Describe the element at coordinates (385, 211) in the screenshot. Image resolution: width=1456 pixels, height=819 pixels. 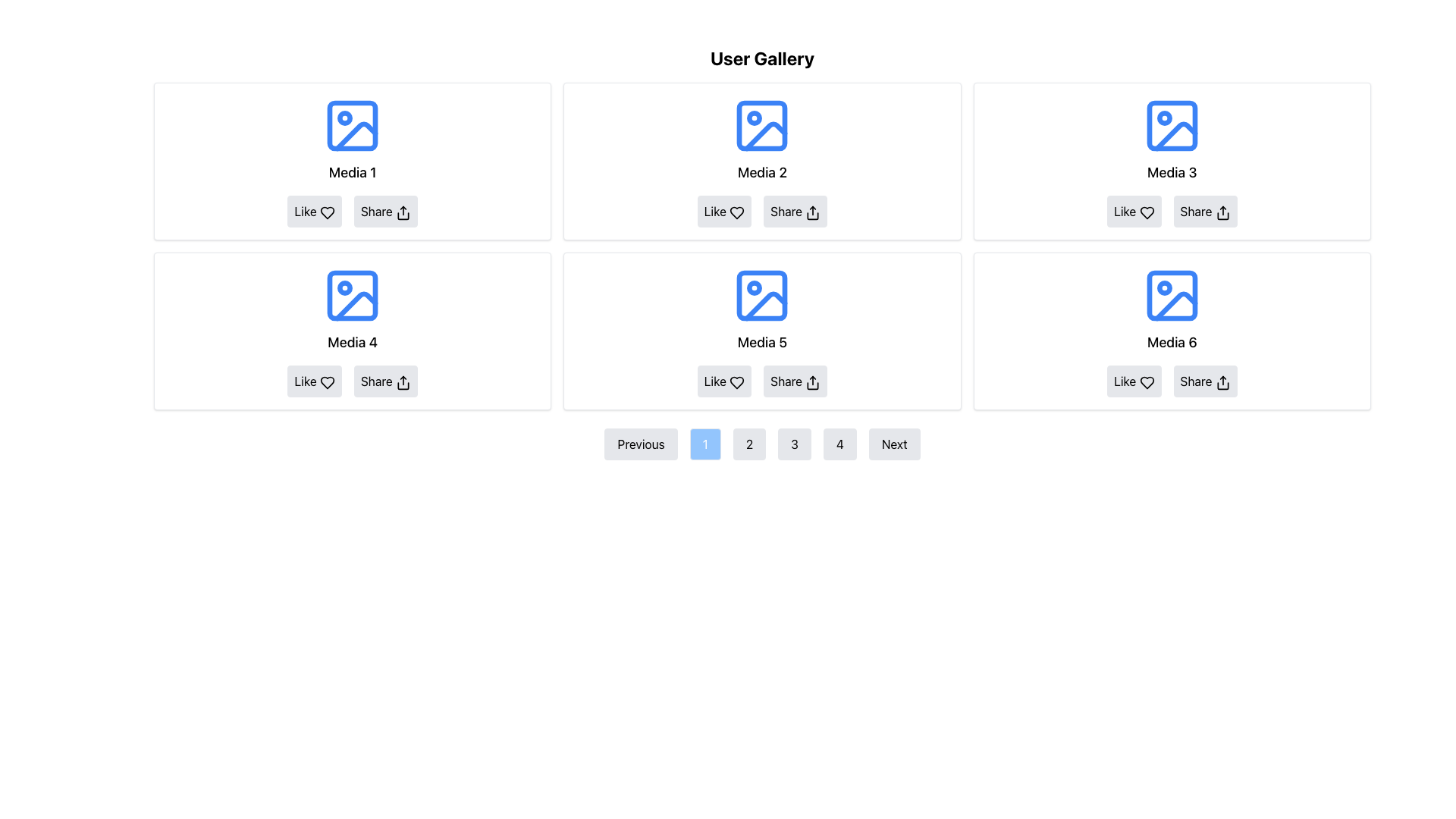
I see `the sharing button located to the right of the 'Like' and 'Share' buttons below 'Media 1' in the User Gallery to observe the hover effect` at that location.